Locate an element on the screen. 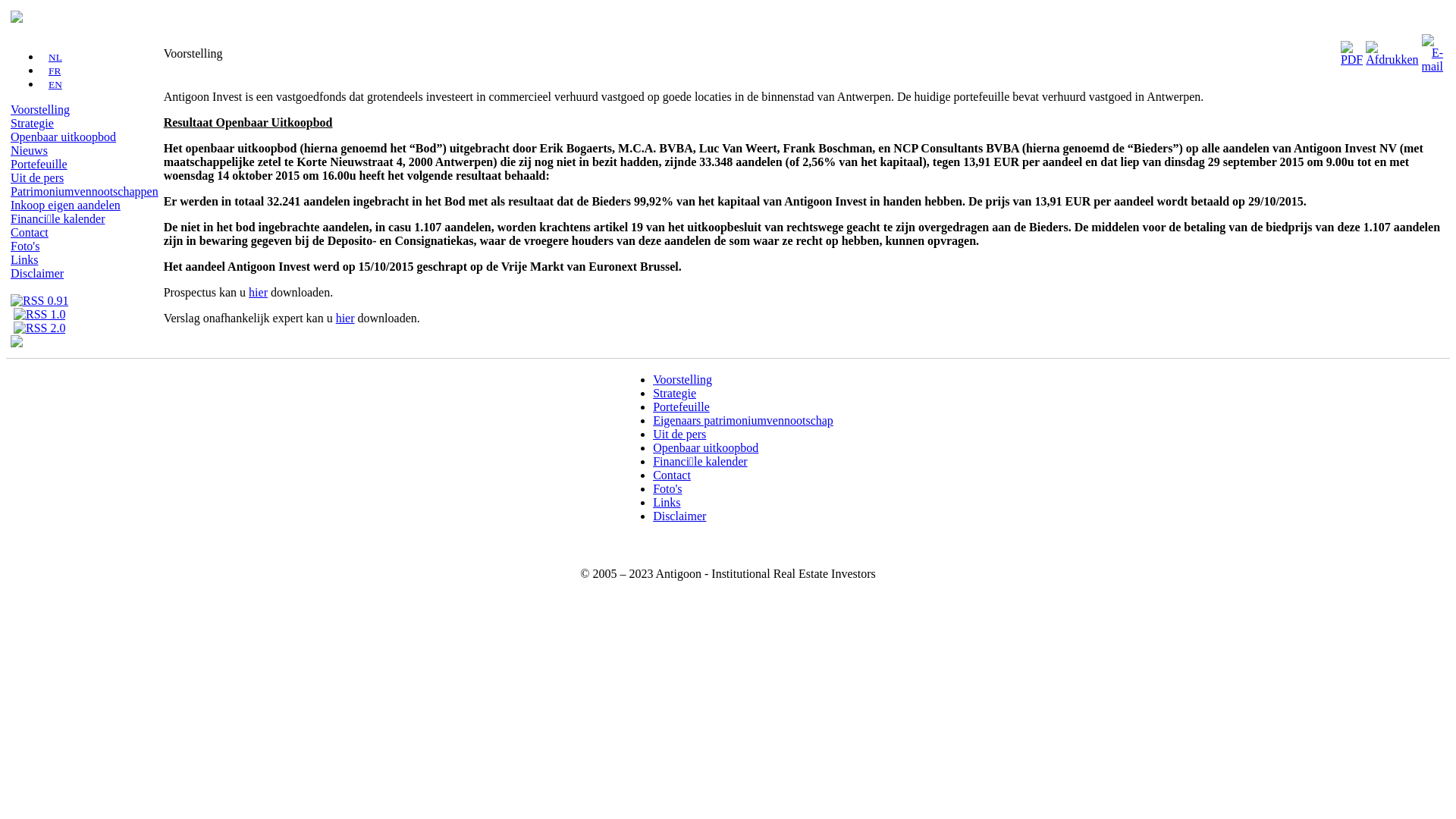 This screenshot has width=1456, height=819. 'Openbaar uitkoopbod' is located at coordinates (62, 136).